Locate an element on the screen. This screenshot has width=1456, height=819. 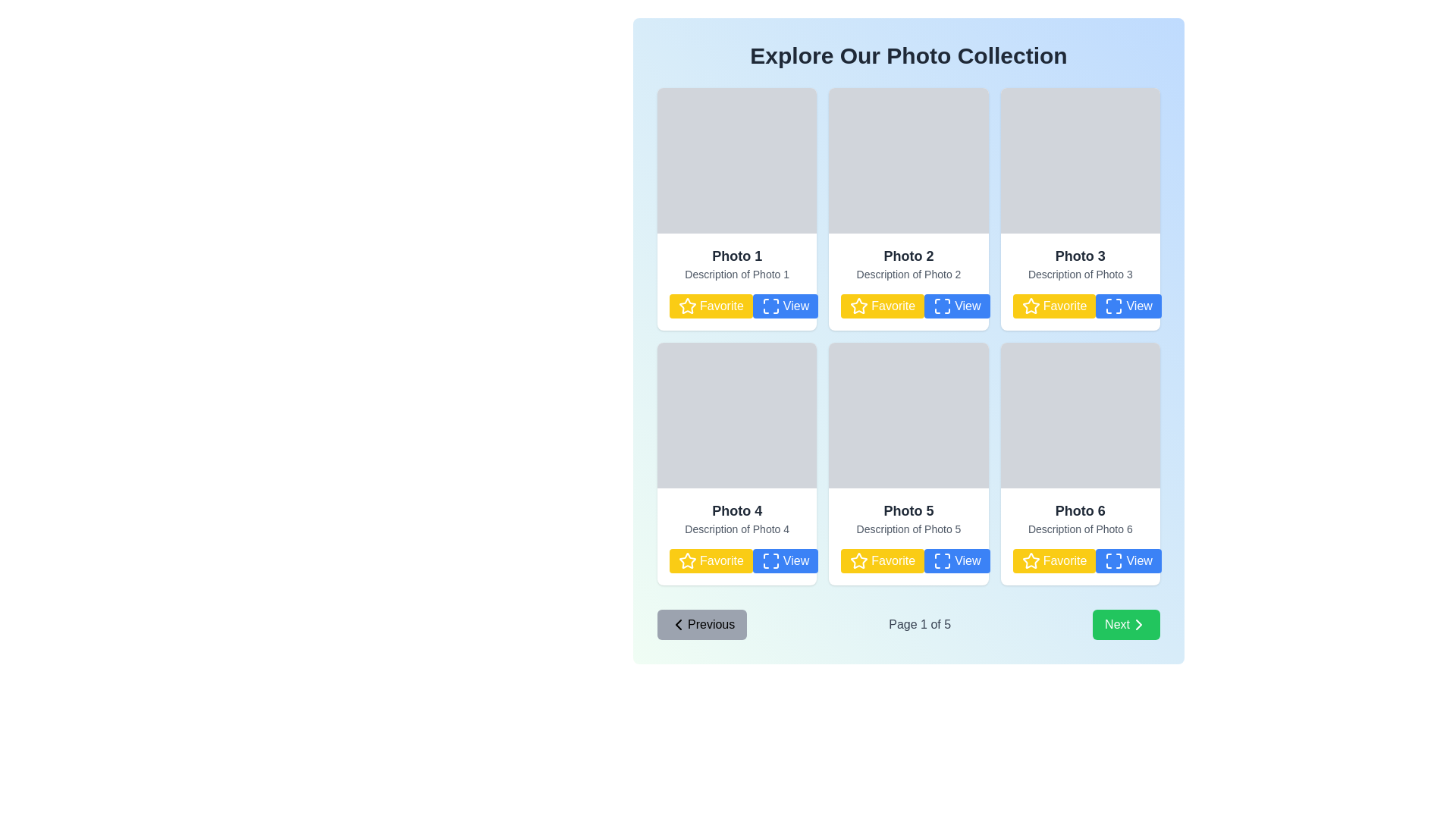
the image placeholder located at the top section of the 'Photo 6' card in the lower right corner of the grid layout is located at coordinates (1079, 415).